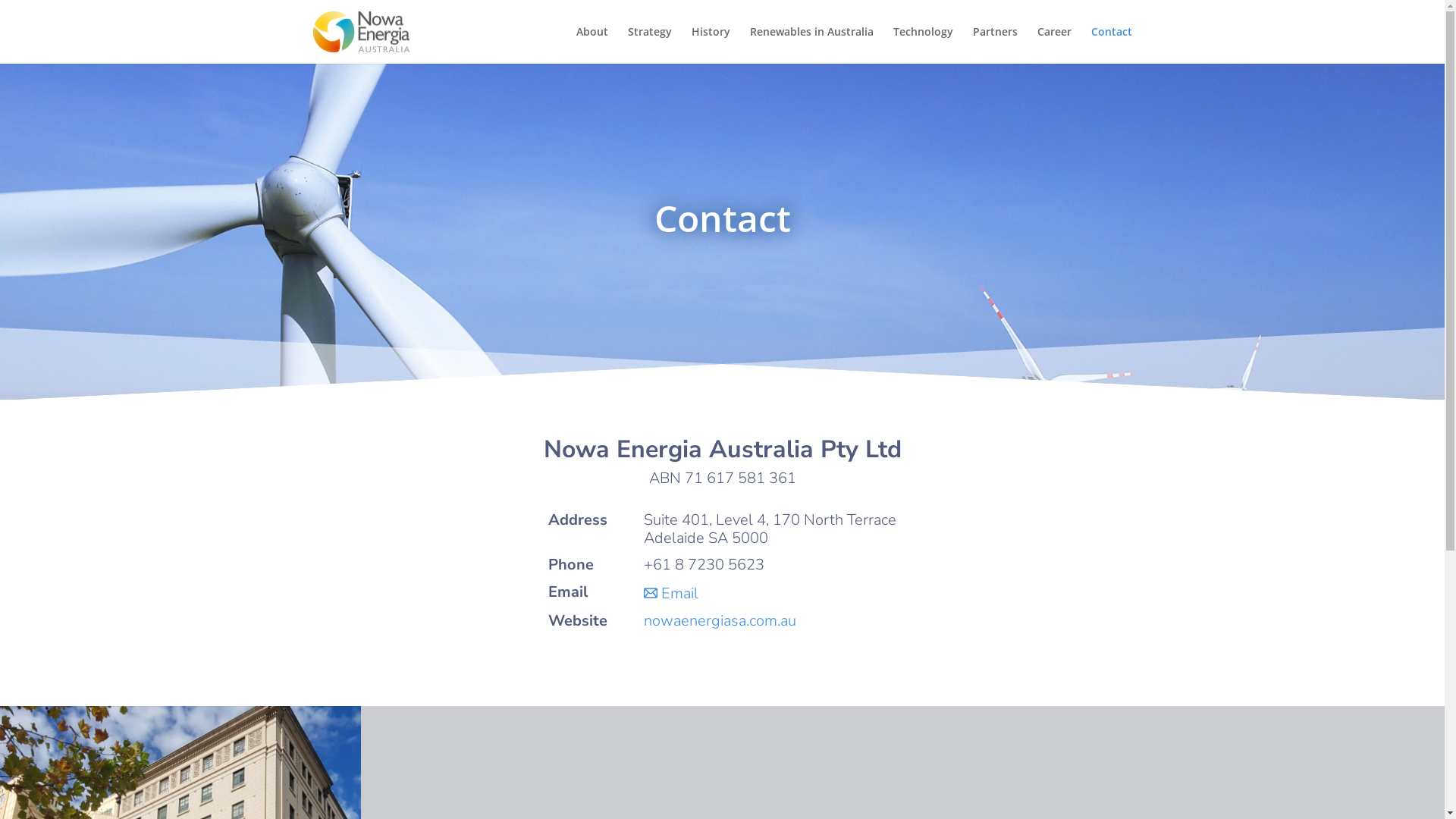 The width and height of the screenshot is (1456, 819). I want to click on 'Technology', so click(922, 44).